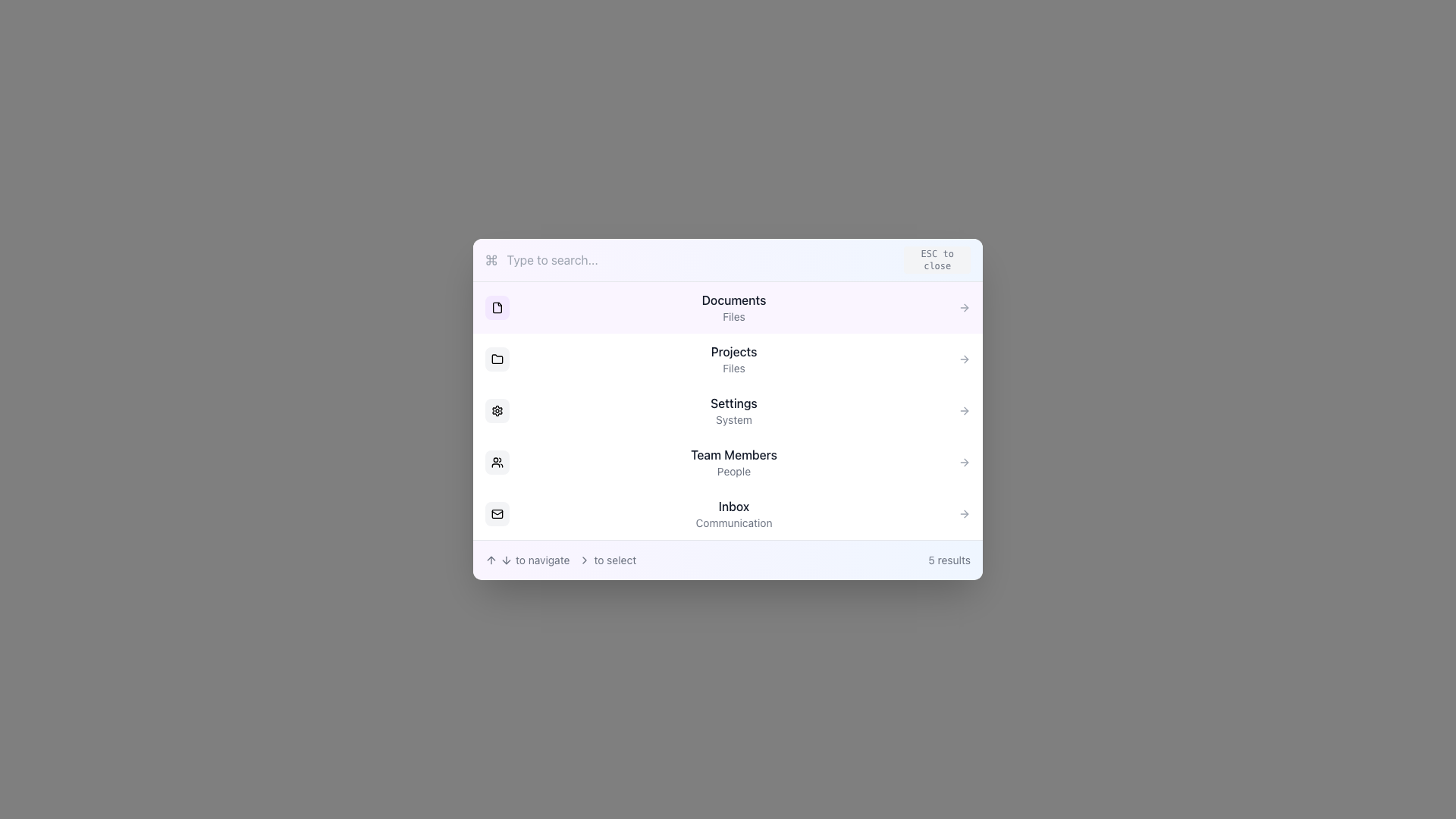  I want to click on the arrowhead icon located at the far-right edge of the 'Team Members' list item, so click(965, 461).